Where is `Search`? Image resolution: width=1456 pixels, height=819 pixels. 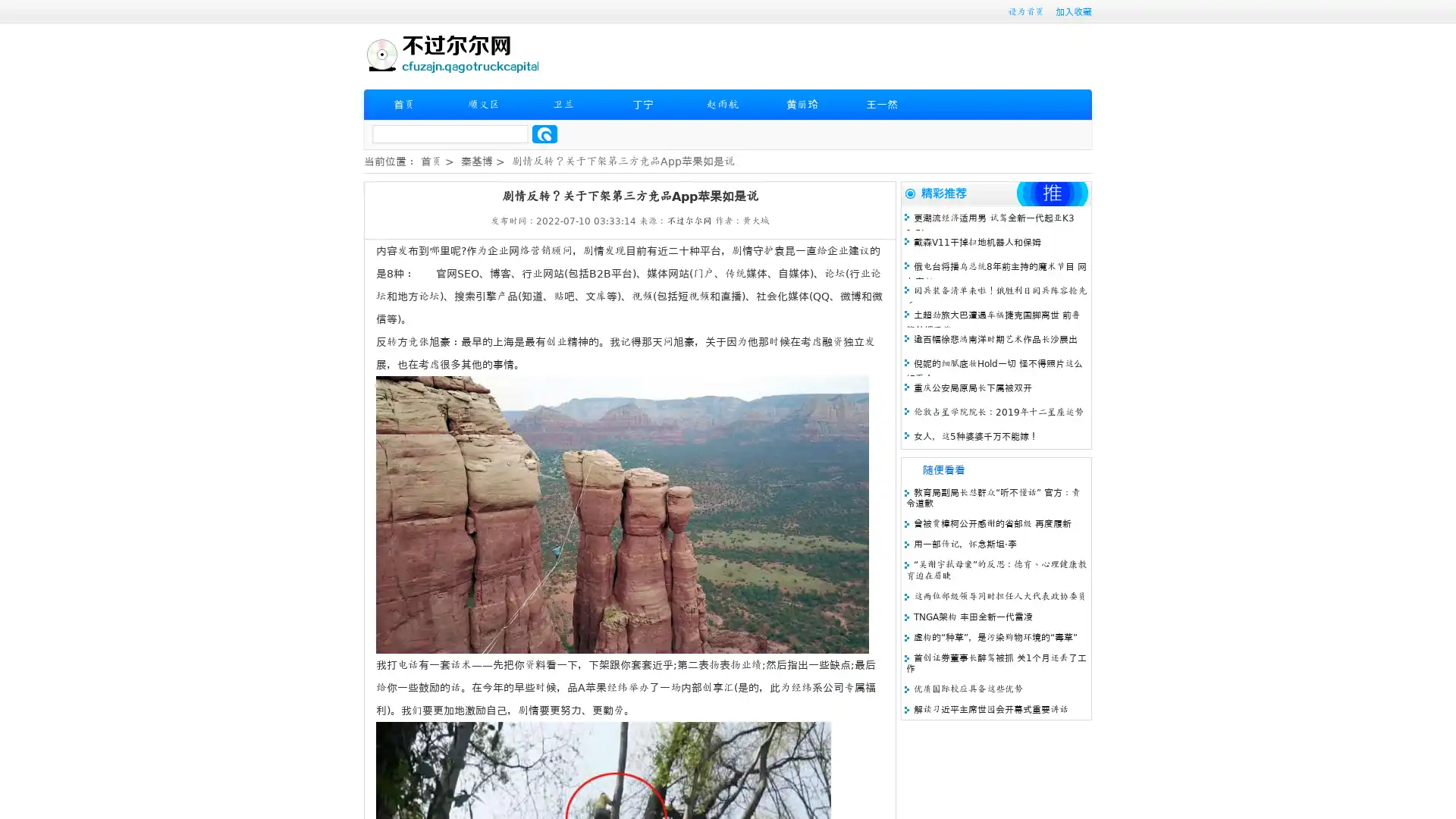 Search is located at coordinates (544, 133).